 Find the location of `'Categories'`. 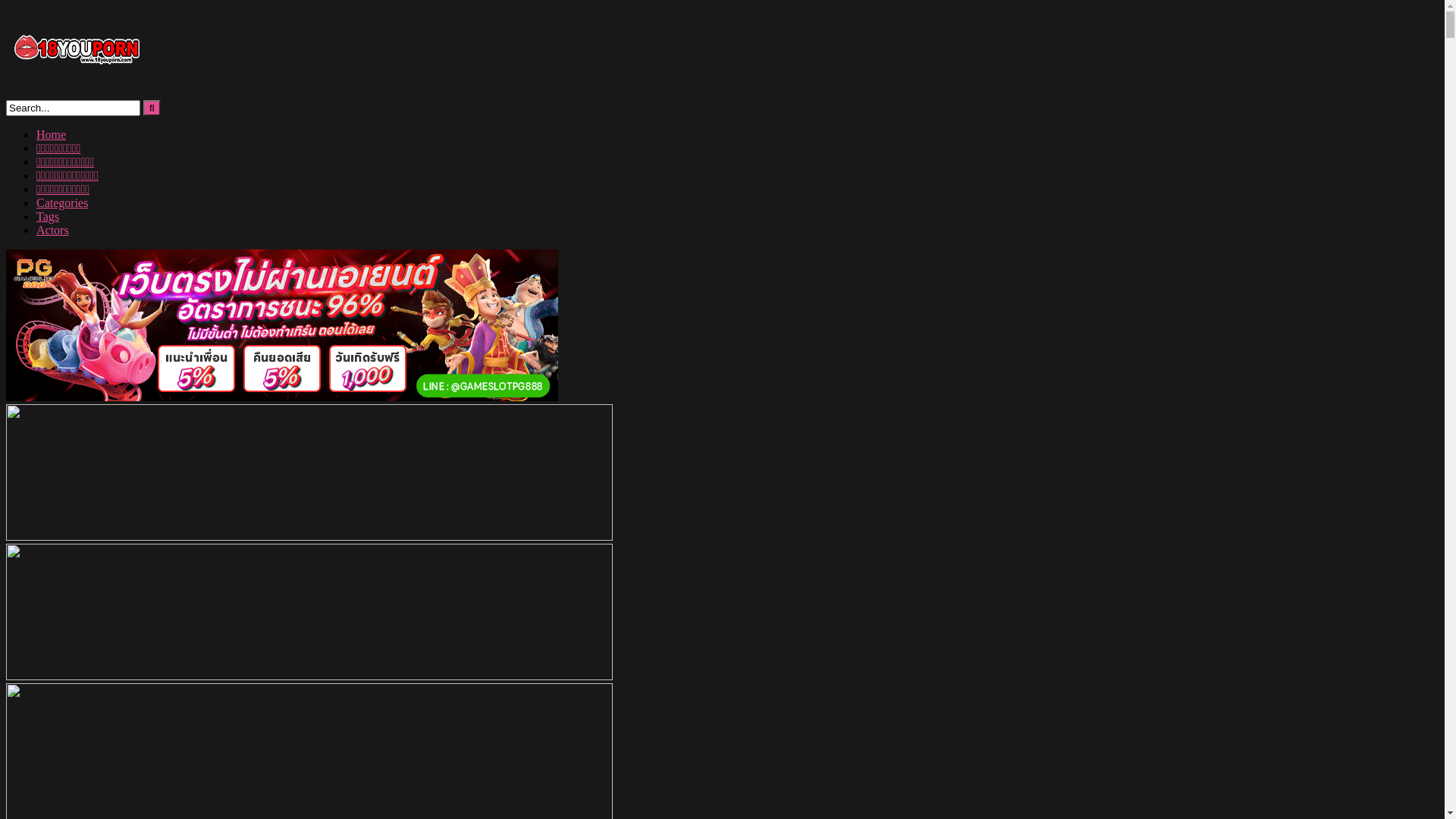

'Categories' is located at coordinates (61, 202).